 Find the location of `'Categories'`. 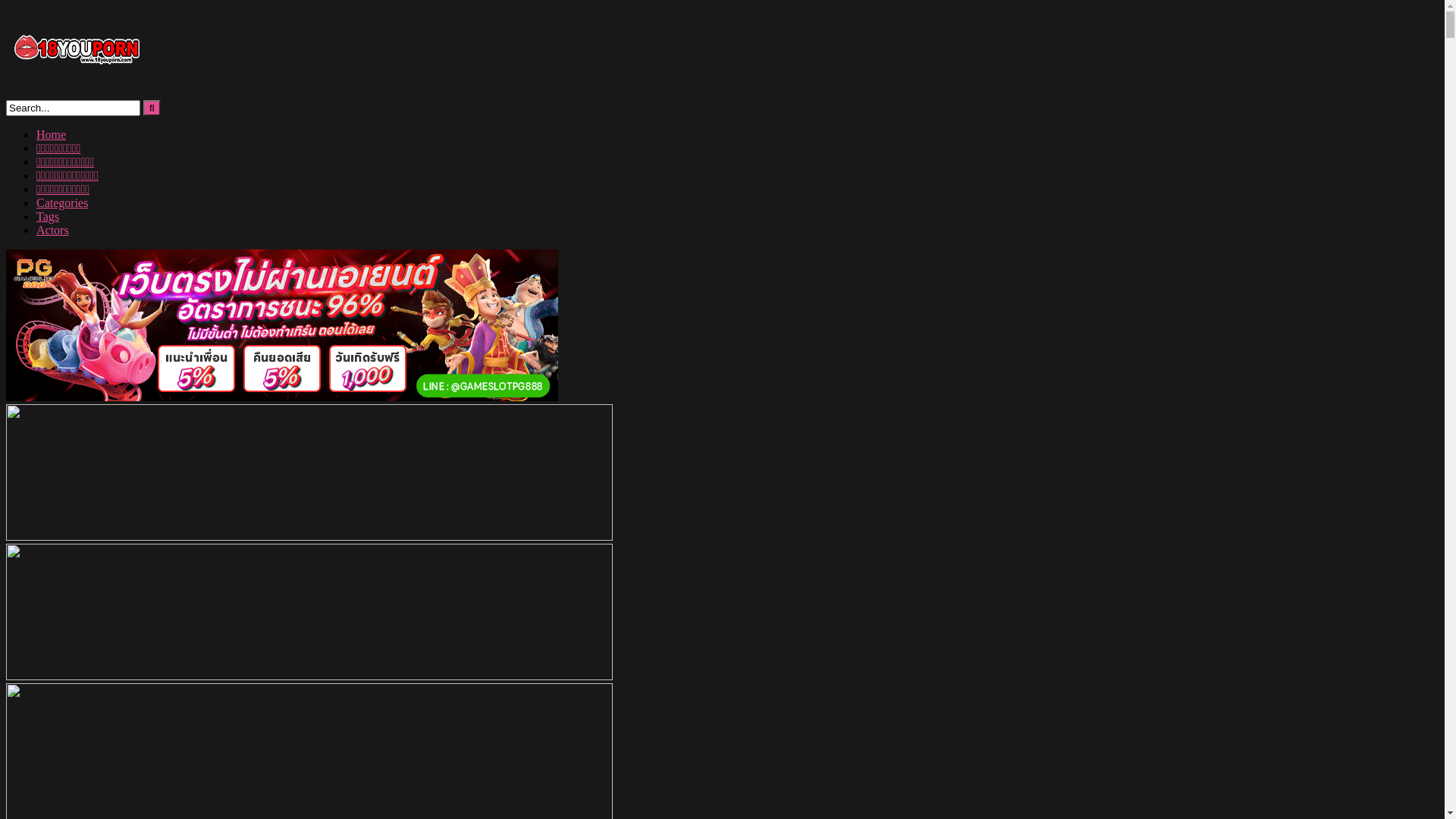

'Categories' is located at coordinates (61, 202).